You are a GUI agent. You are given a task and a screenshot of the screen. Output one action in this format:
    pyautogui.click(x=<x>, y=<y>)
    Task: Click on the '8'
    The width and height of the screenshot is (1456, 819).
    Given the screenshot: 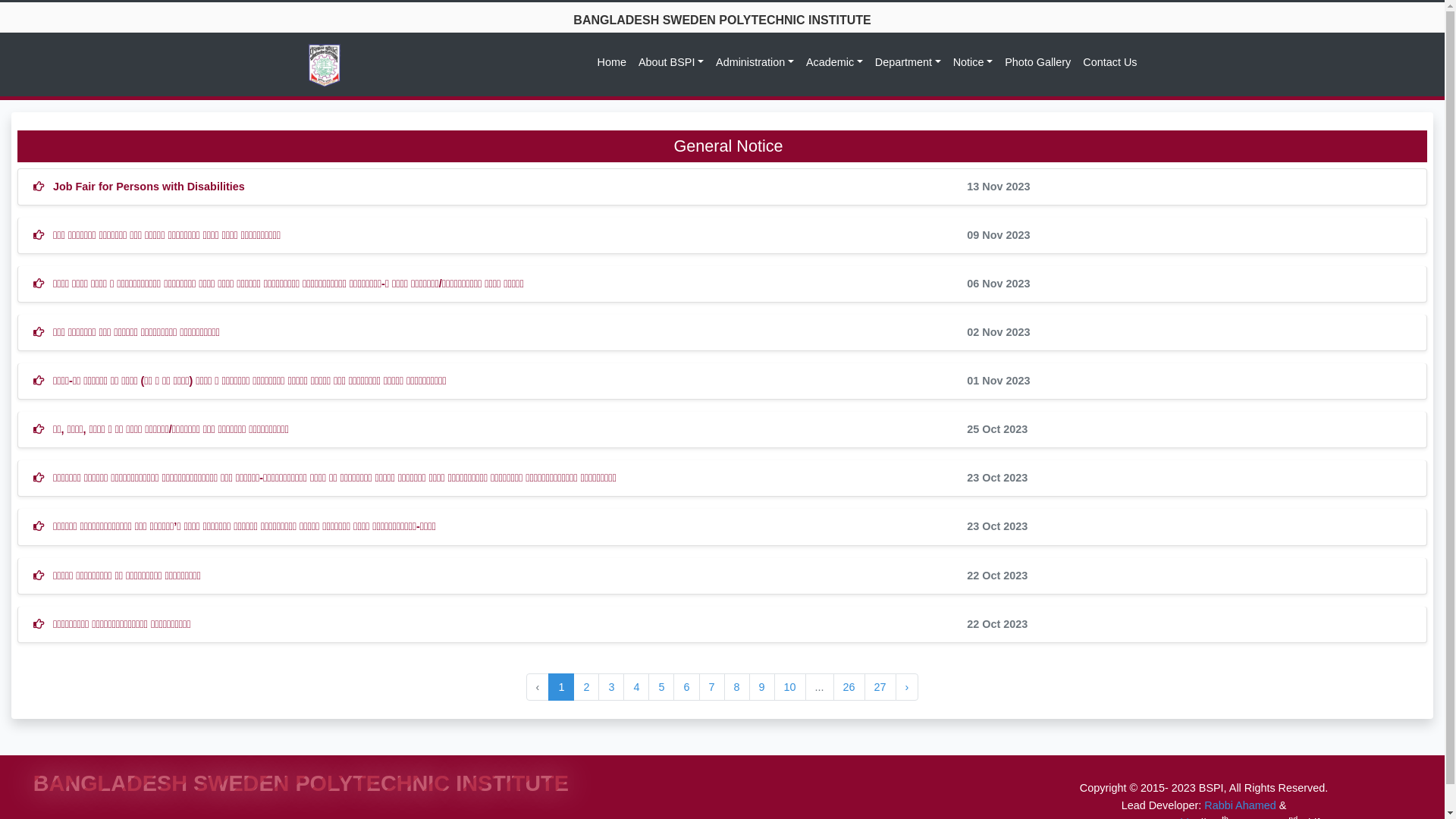 What is the action you would take?
    pyautogui.click(x=723, y=687)
    